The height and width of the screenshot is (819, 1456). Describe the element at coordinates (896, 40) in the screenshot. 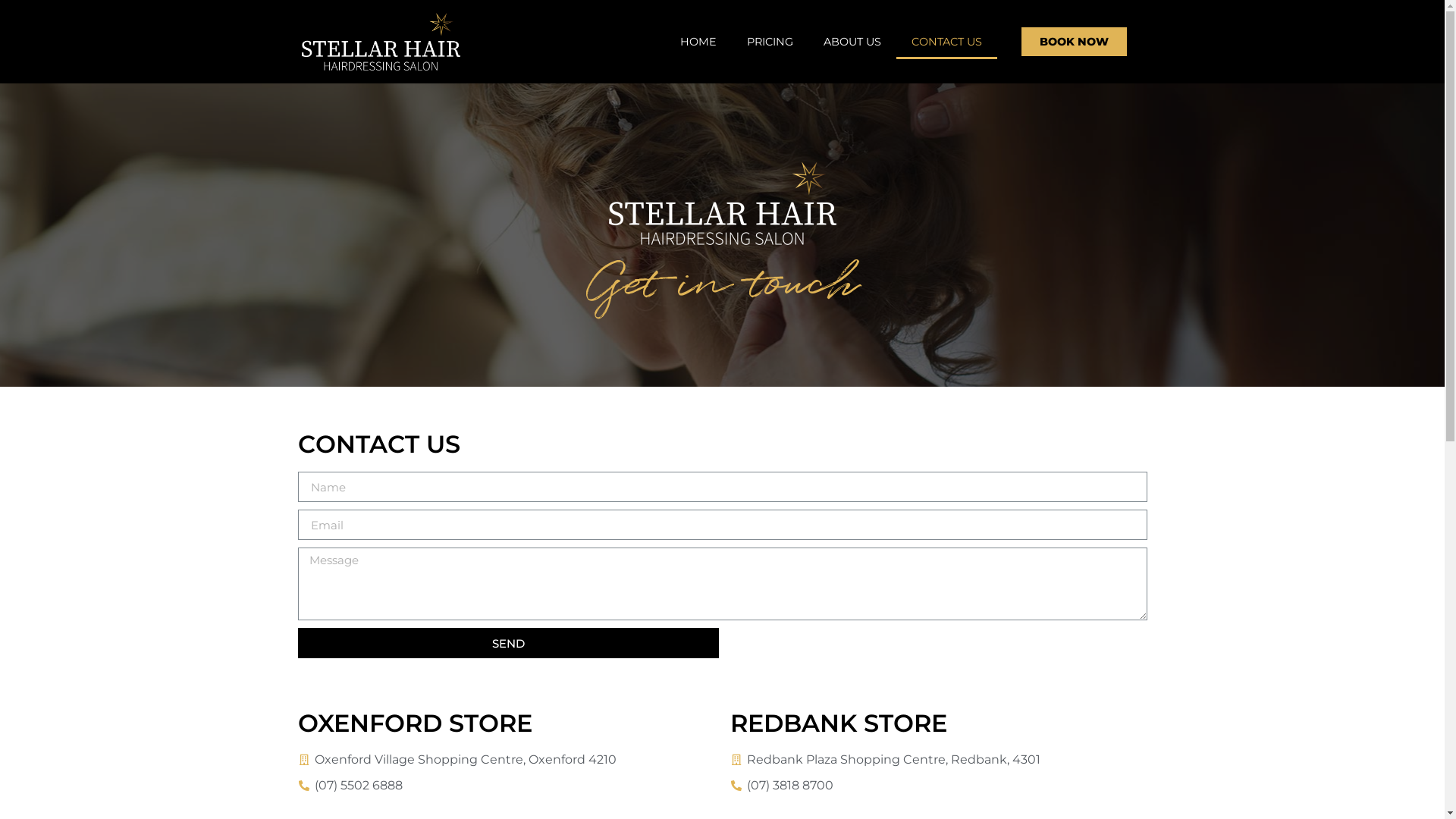

I see `'CONTACT US'` at that location.